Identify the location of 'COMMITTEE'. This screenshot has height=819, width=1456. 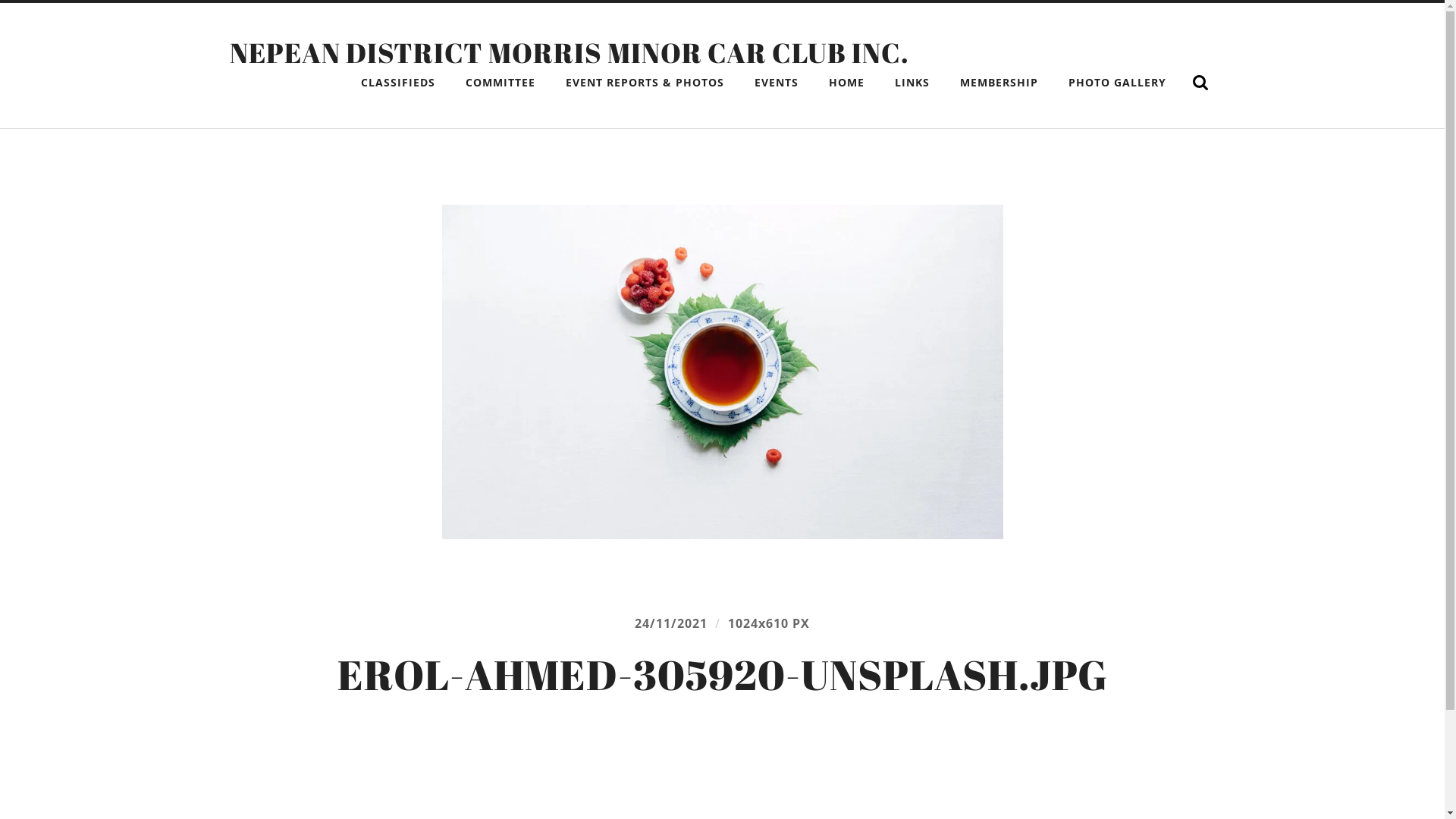
(499, 82).